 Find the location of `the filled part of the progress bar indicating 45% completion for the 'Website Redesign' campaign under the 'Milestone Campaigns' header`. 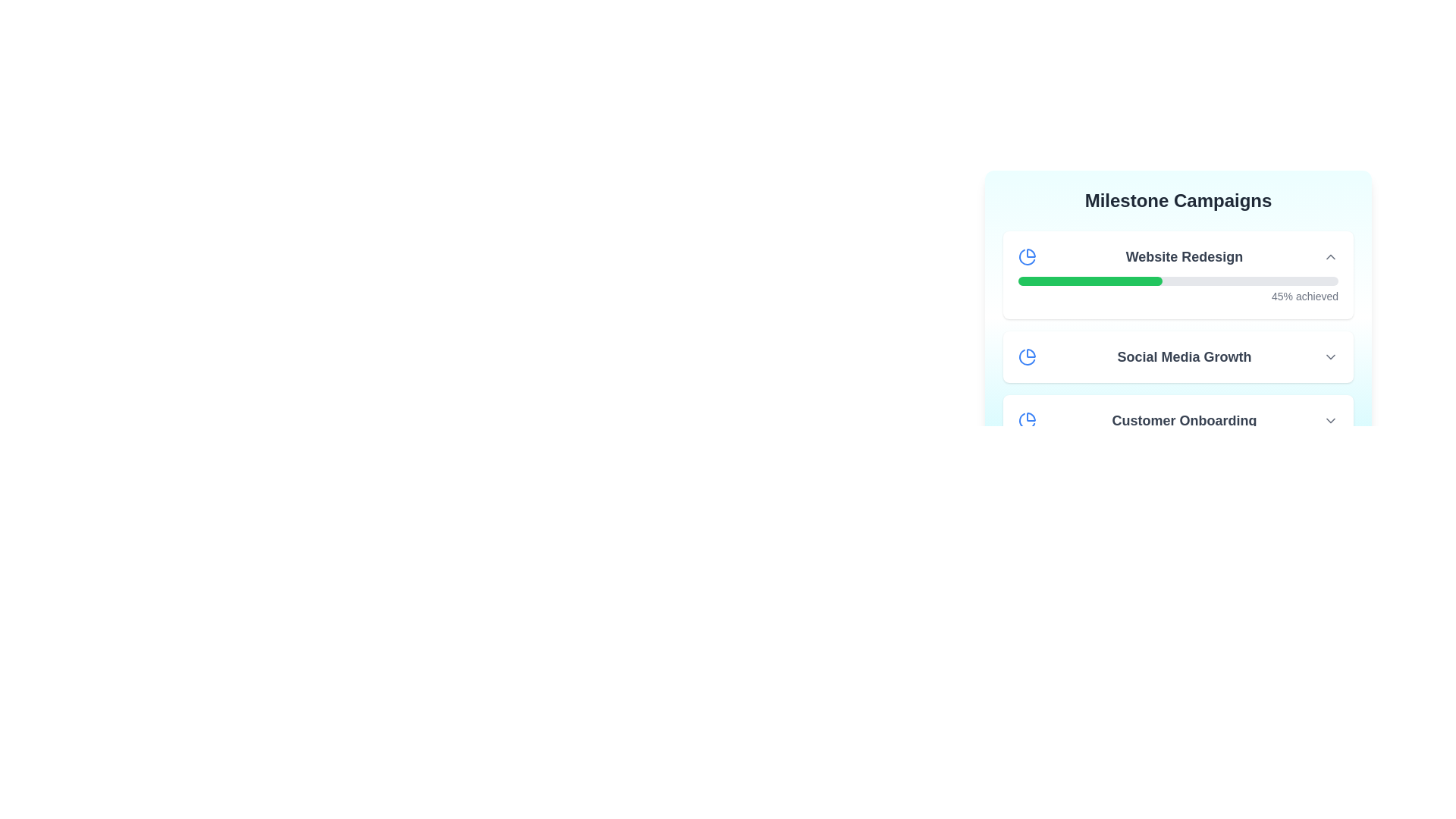

the filled part of the progress bar indicating 45% completion for the 'Website Redesign' campaign under the 'Milestone Campaigns' header is located at coordinates (1089, 281).